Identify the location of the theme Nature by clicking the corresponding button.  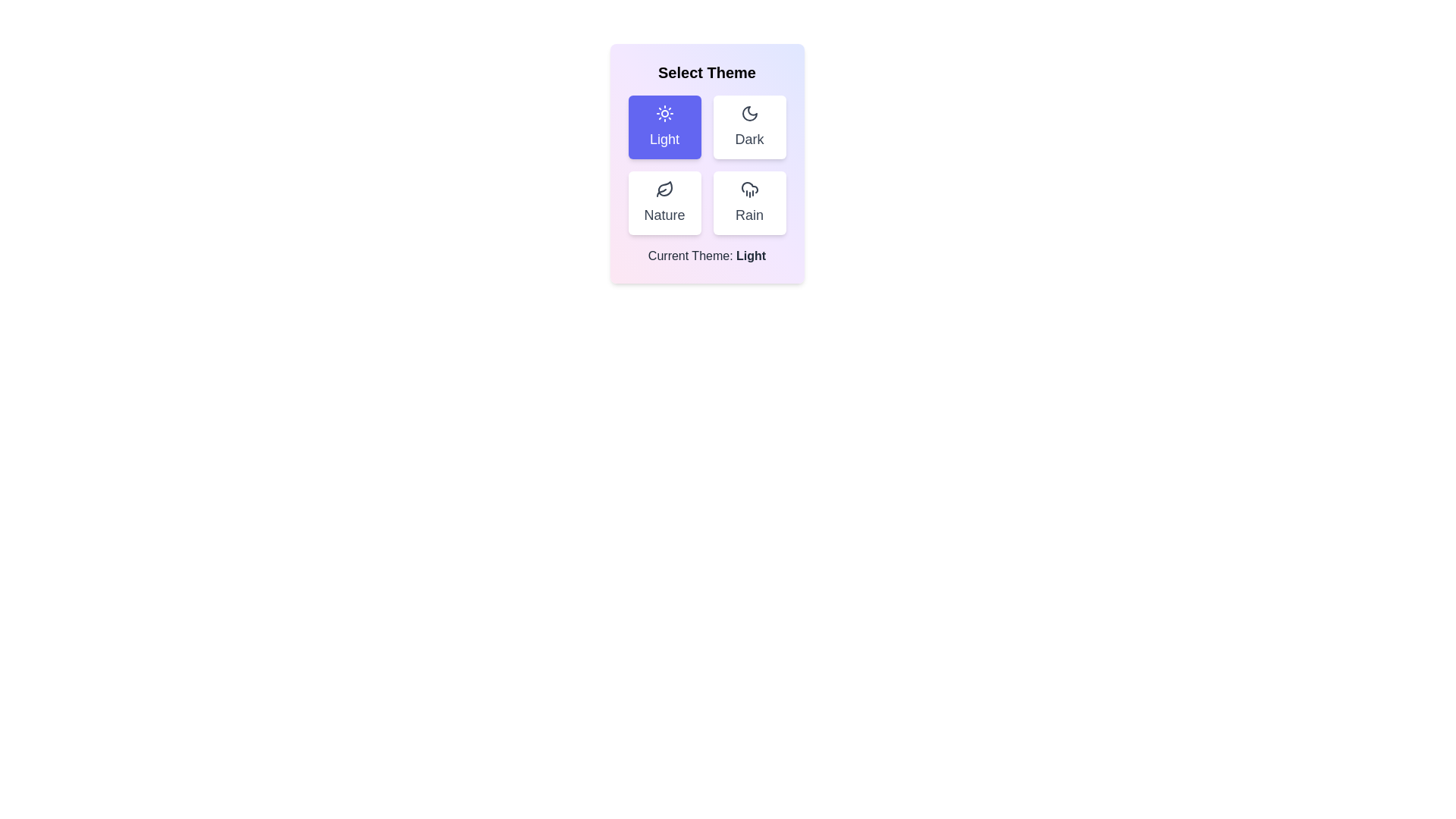
(664, 202).